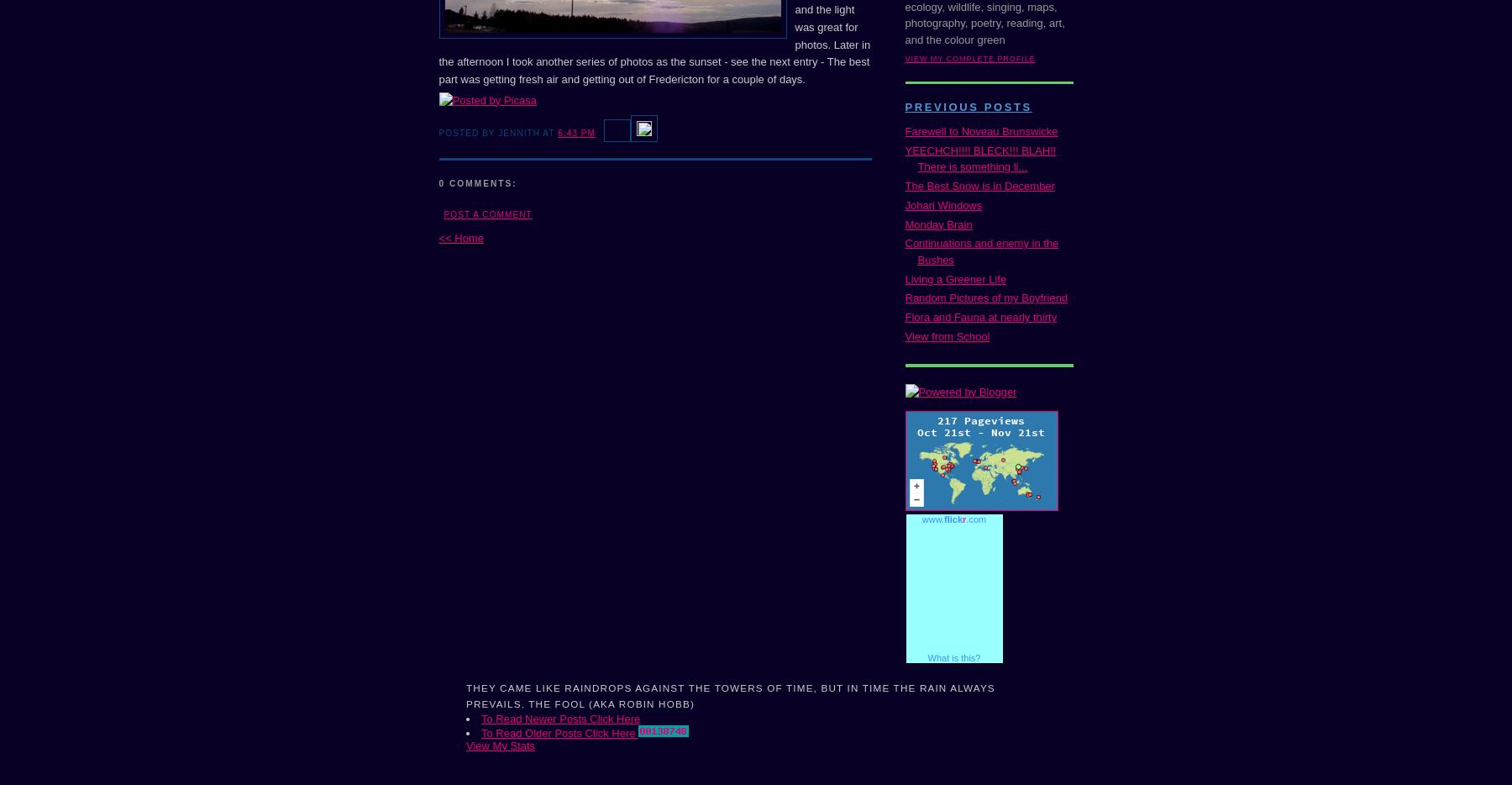 Image resolution: width=1512 pixels, height=785 pixels. Describe the element at coordinates (730, 695) in the screenshot. I see `'They came like raindrops against the towers of time, but in time the rain always prevails.  The Fool (aka Robin Hobb)'` at that location.